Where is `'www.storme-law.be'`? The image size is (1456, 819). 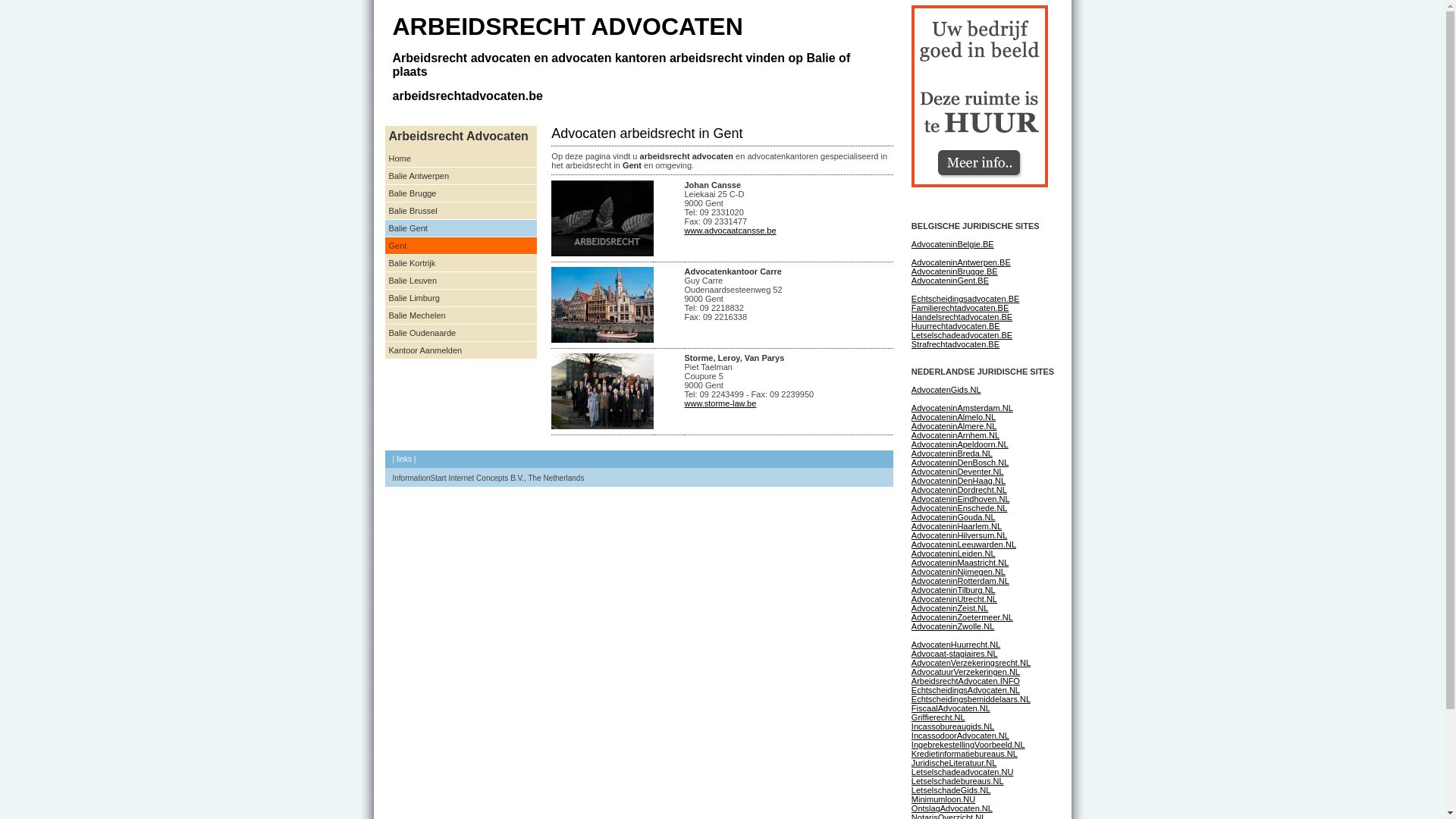
'www.storme-law.be' is located at coordinates (719, 403).